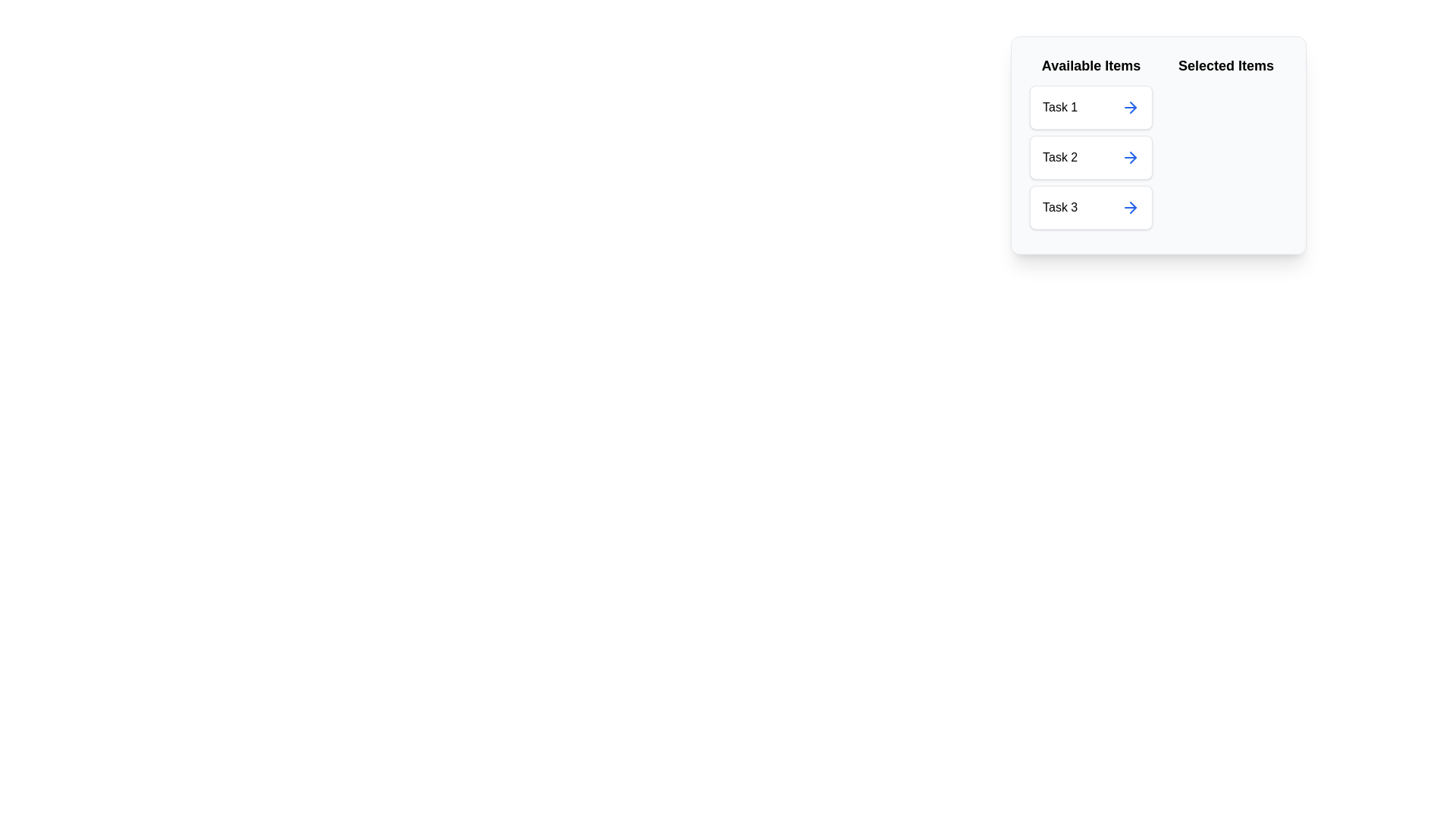  I want to click on the static text label displaying 'Task 2', which is the second item in the 'Available Items' list on the left column of the interface, so click(1059, 158).